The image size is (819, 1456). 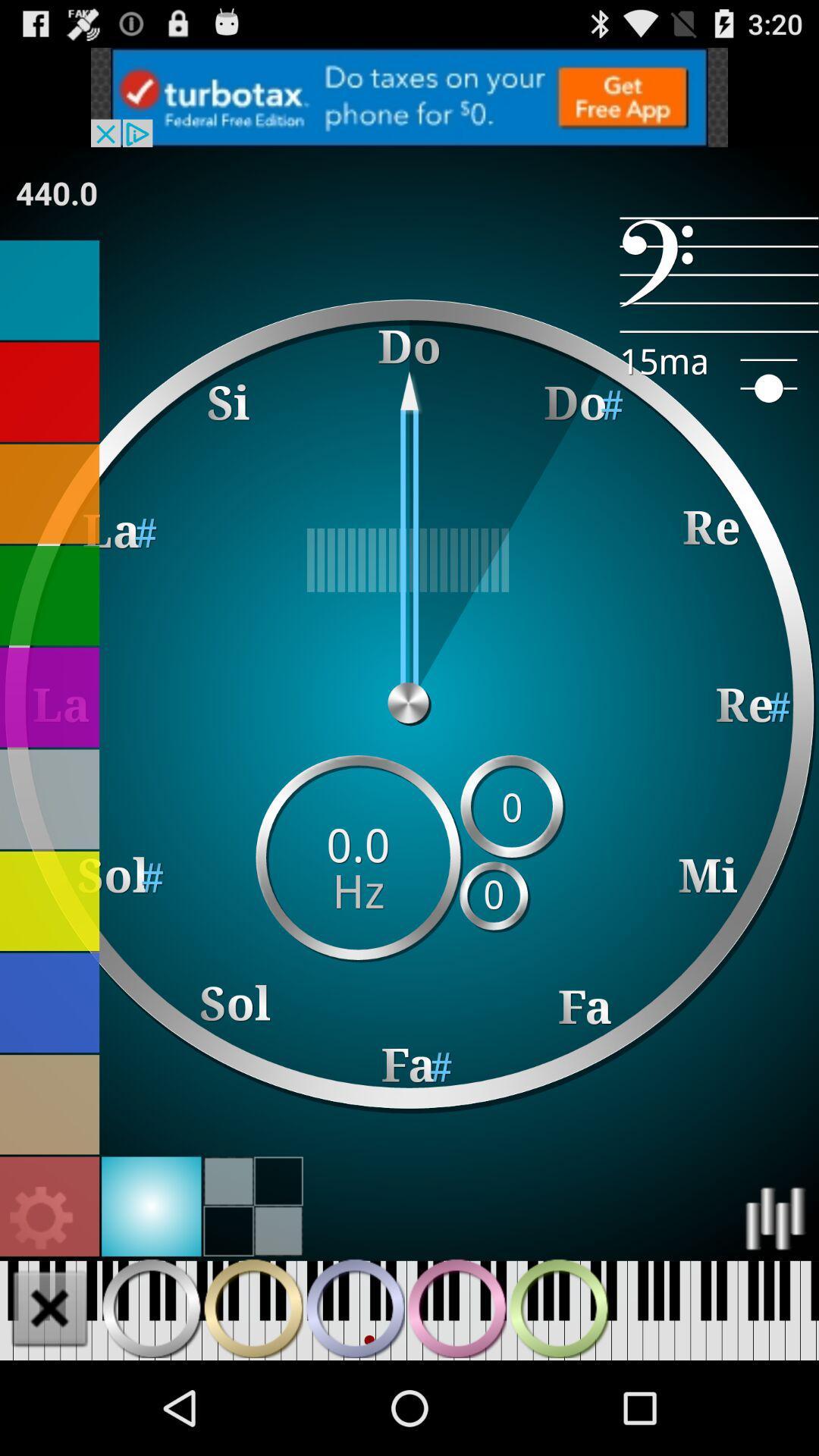 I want to click on eliminates the highlighted section of keys, so click(x=49, y=1307).